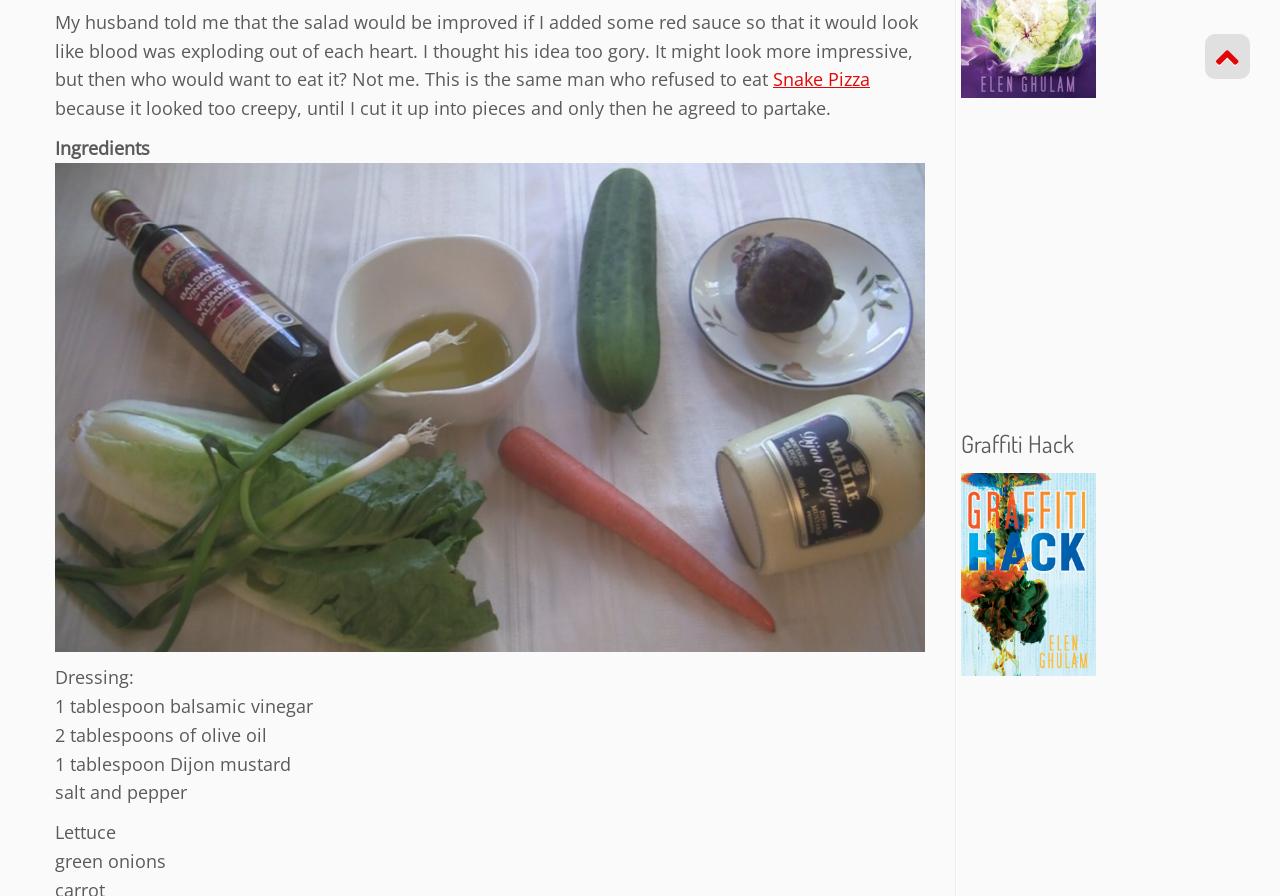 This screenshot has height=896, width=1280. Describe the element at coordinates (961, 443) in the screenshot. I see `'Graffiti Hack'` at that location.